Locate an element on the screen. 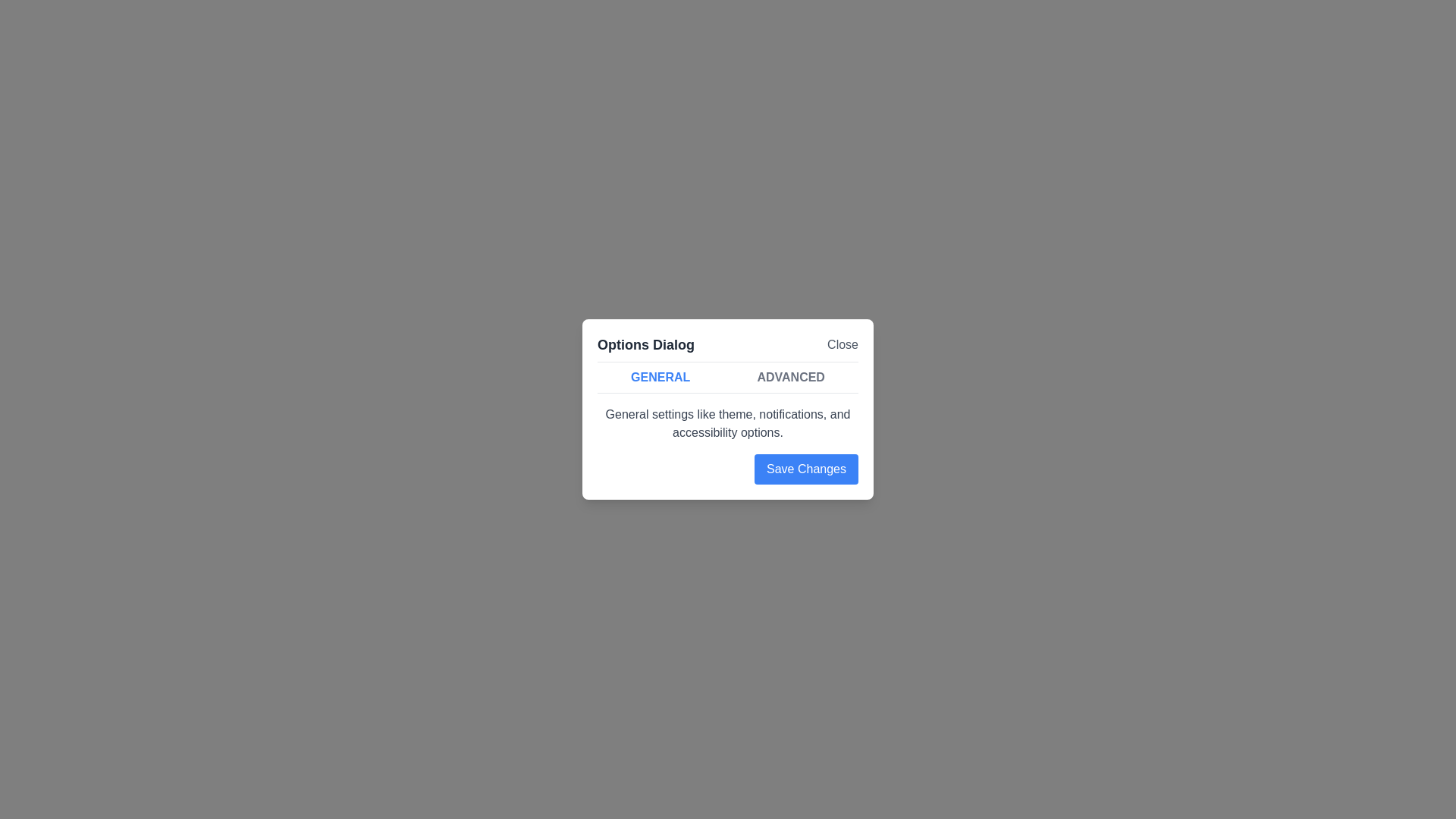  the 'Advanced' tab to switch to it is located at coordinates (789, 376).